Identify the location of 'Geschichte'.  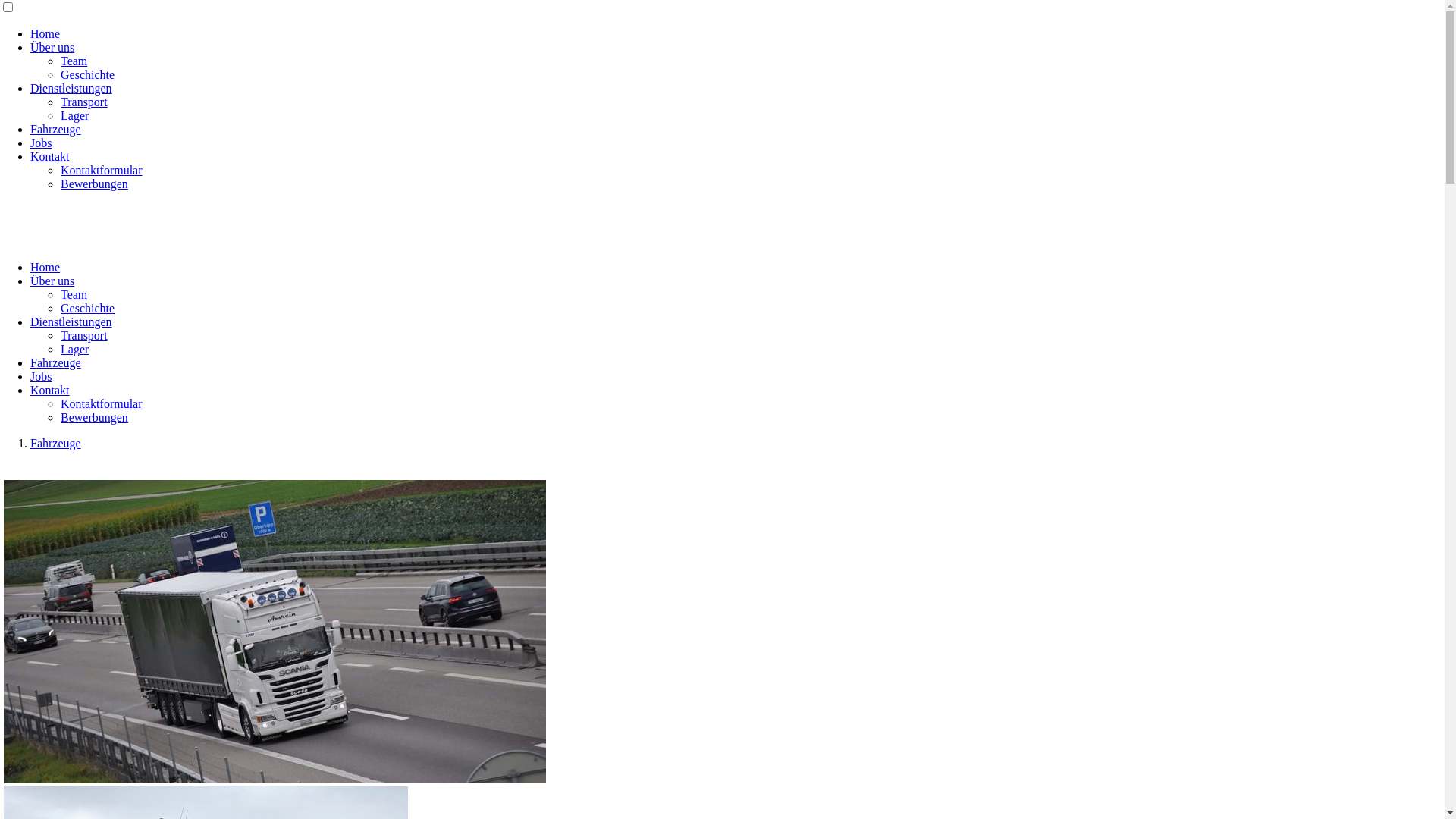
(86, 307).